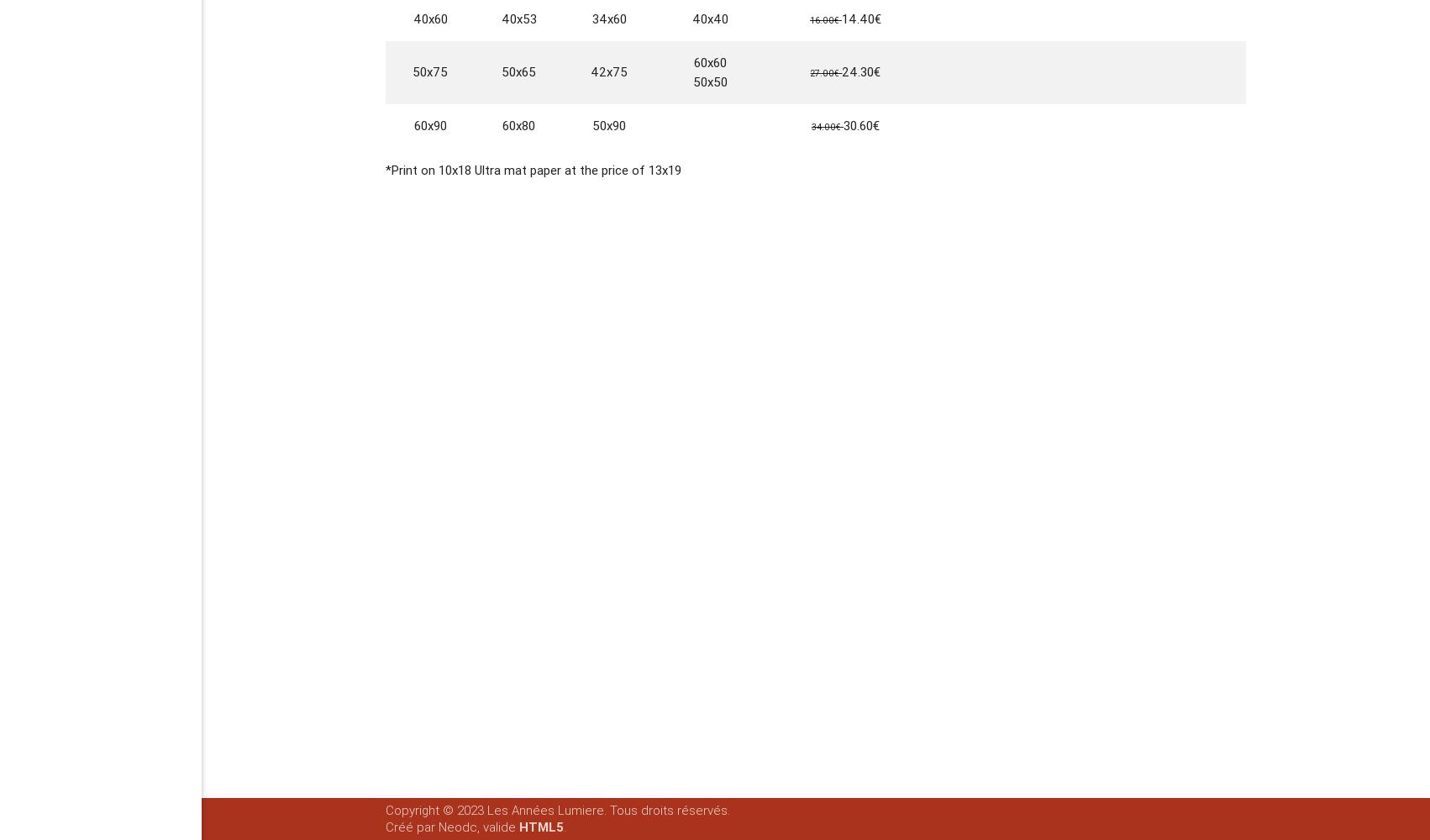 This screenshot has height=840, width=1430. What do you see at coordinates (385, 827) in the screenshot?
I see `'Créé par Neodc, valide'` at bounding box center [385, 827].